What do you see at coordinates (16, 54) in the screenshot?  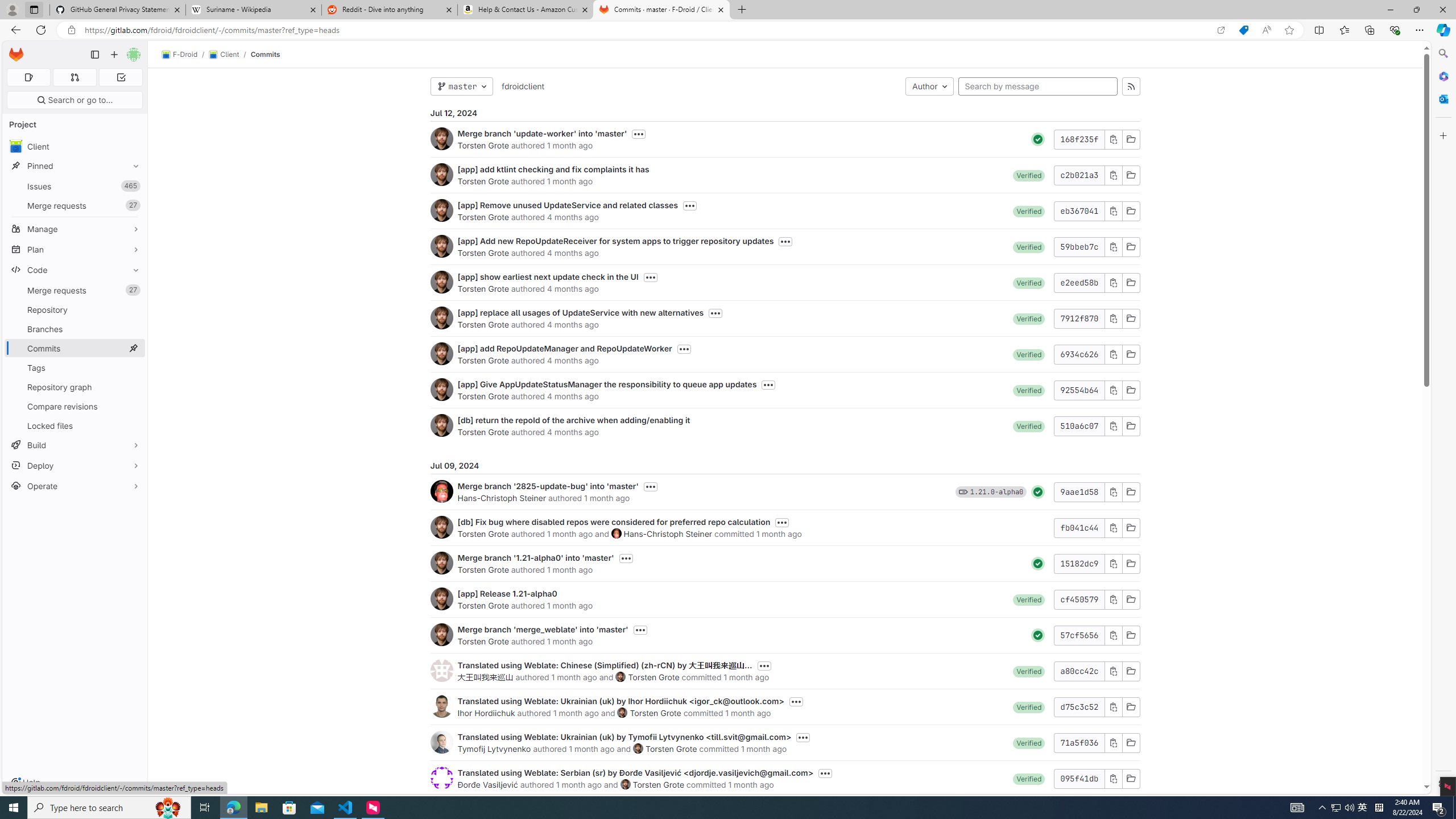 I see `'Homepage'` at bounding box center [16, 54].